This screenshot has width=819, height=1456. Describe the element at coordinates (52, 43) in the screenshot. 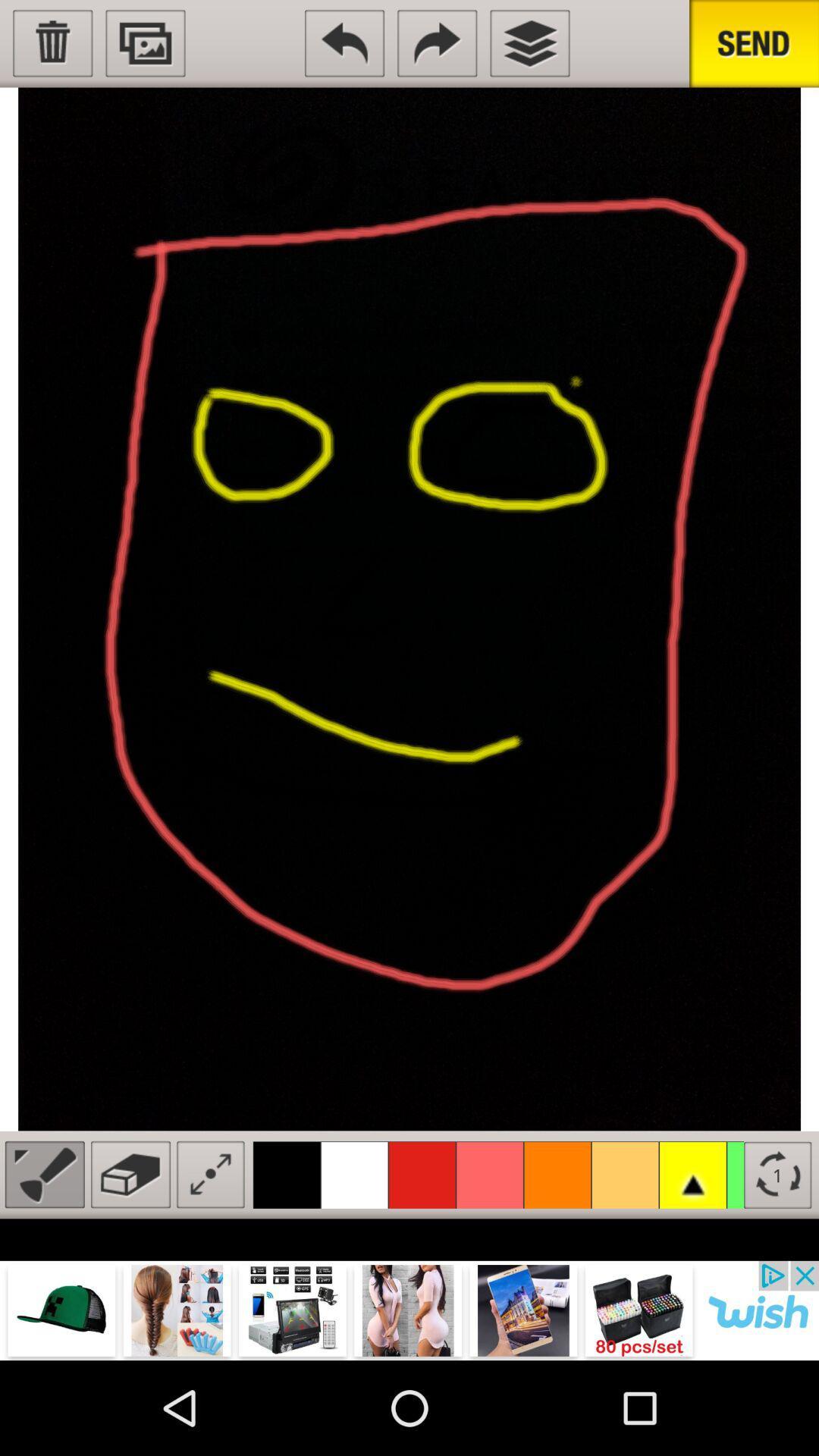

I see `delete image` at that location.